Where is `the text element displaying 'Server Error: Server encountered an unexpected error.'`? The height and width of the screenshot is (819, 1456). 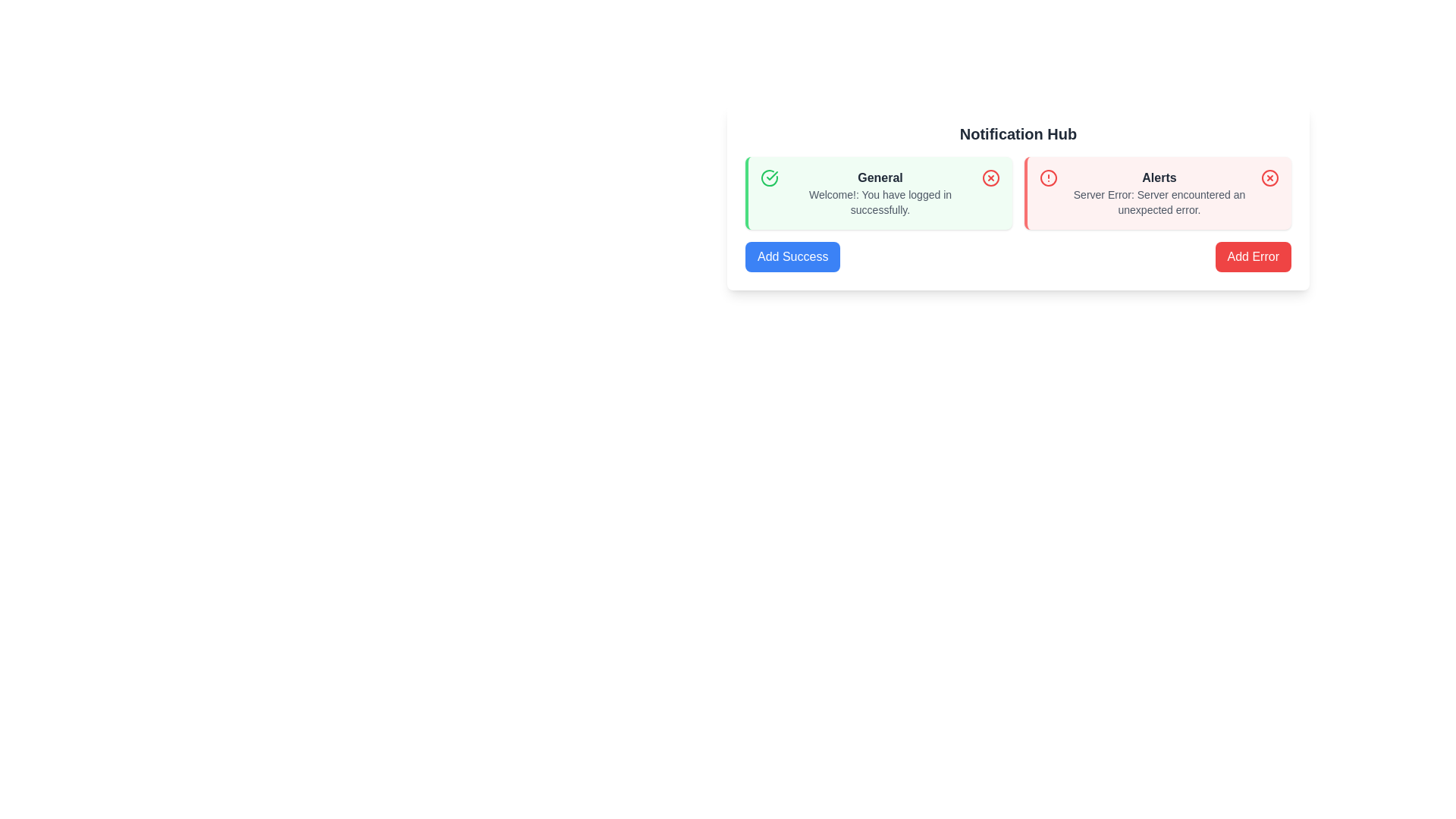 the text element displaying 'Server Error: Server encountered an unexpected error.' is located at coordinates (1159, 201).